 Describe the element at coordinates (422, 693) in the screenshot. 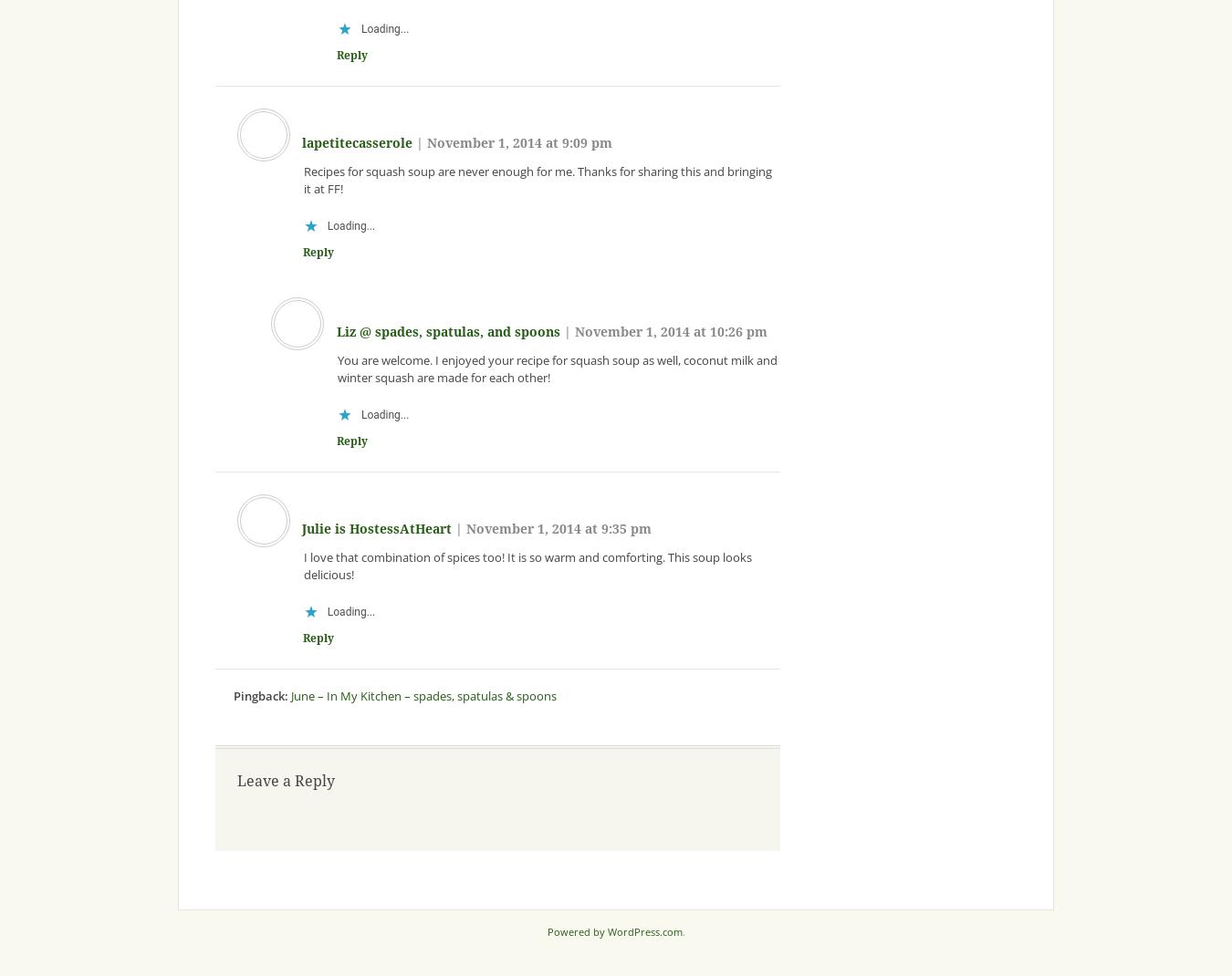

I see `'June – In My Kitchen – spades, spatulas & spoons'` at that location.